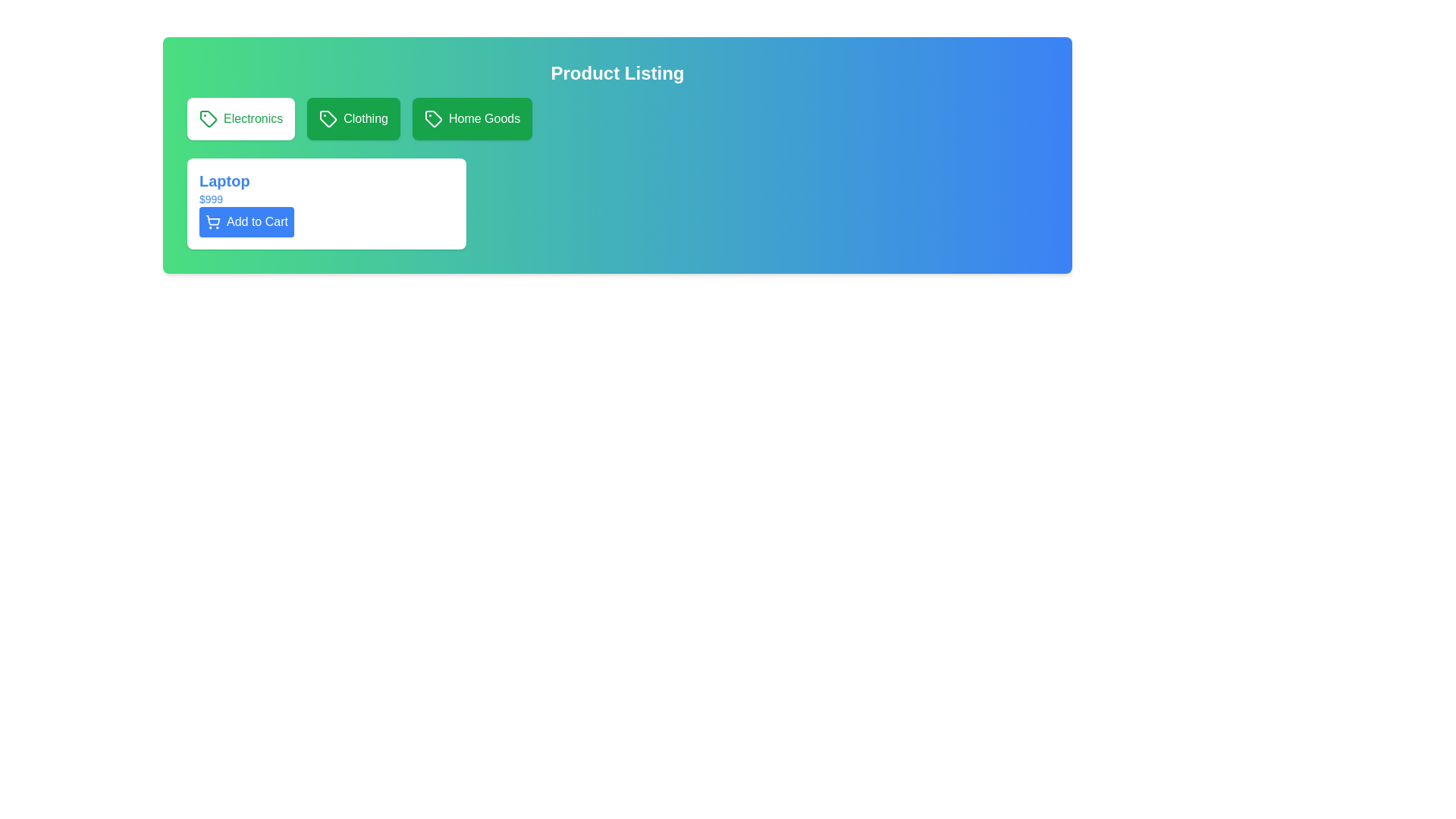 This screenshot has width=1456, height=819. I want to click on the 'Home Goods' category label located at the center of the green button beneath the 'Product Listing' header, so click(484, 118).